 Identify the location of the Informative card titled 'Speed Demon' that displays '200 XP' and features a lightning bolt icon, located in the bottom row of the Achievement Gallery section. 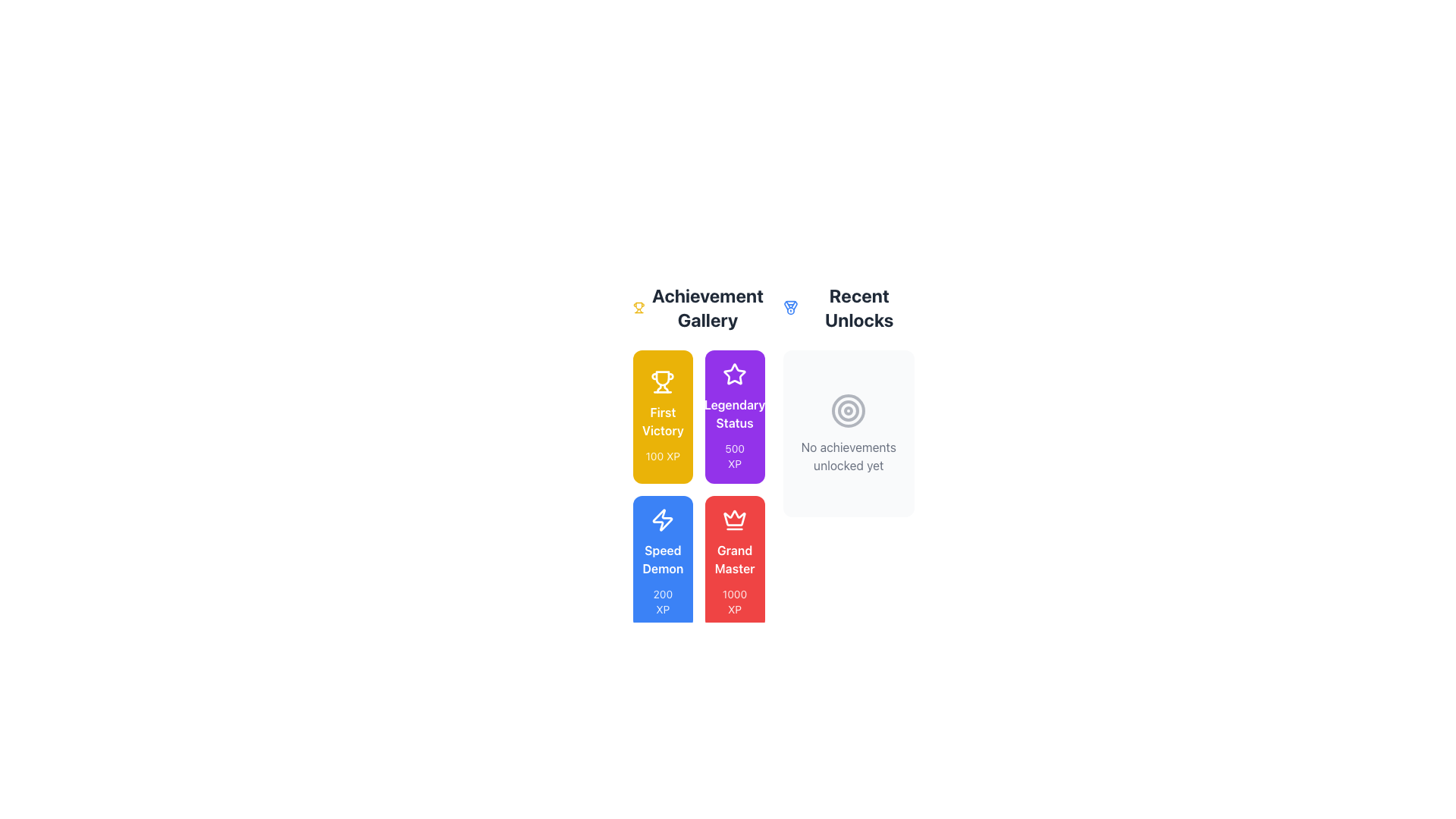
(663, 562).